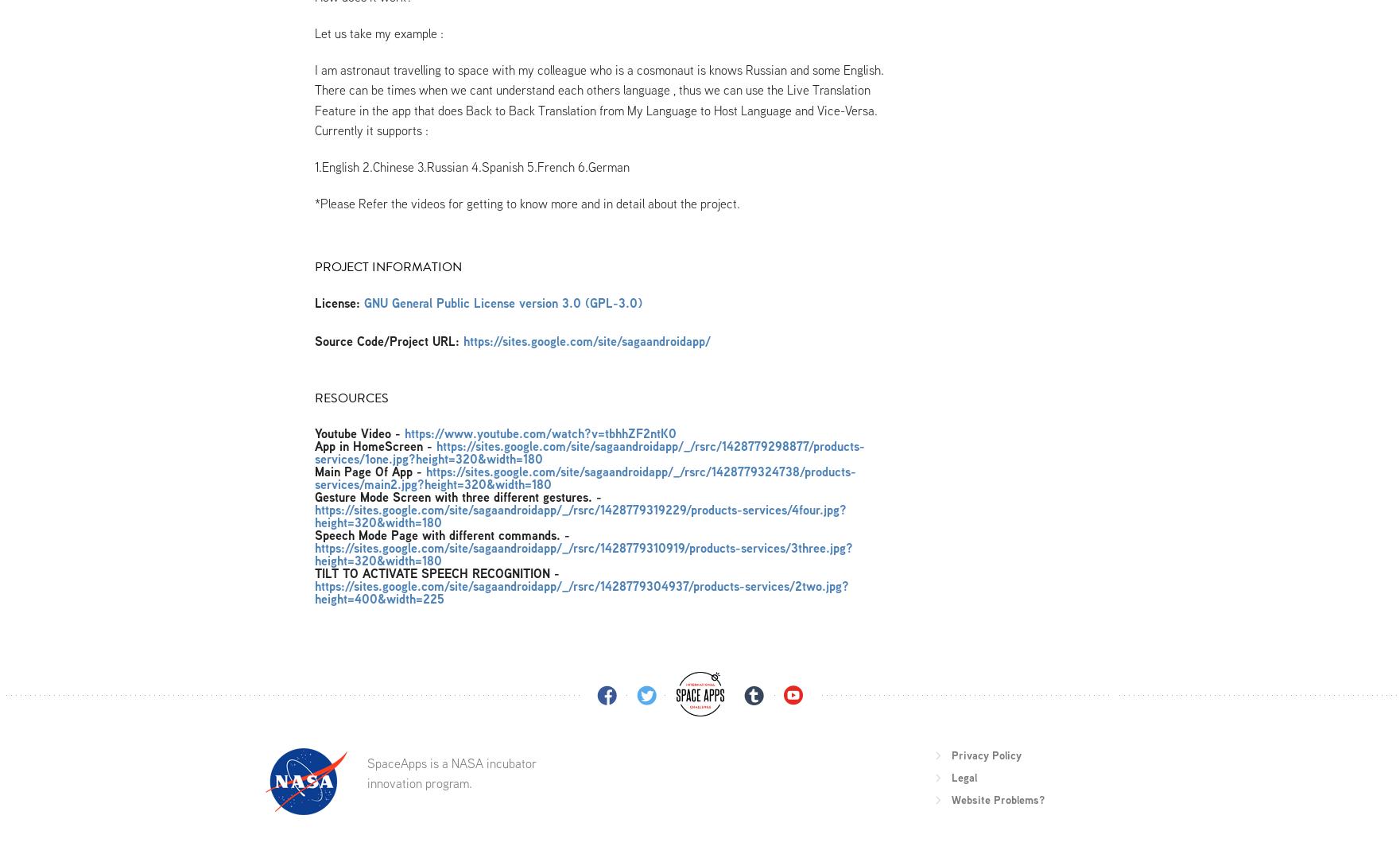  Describe the element at coordinates (963, 776) in the screenshot. I see `'Legal'` at that location.